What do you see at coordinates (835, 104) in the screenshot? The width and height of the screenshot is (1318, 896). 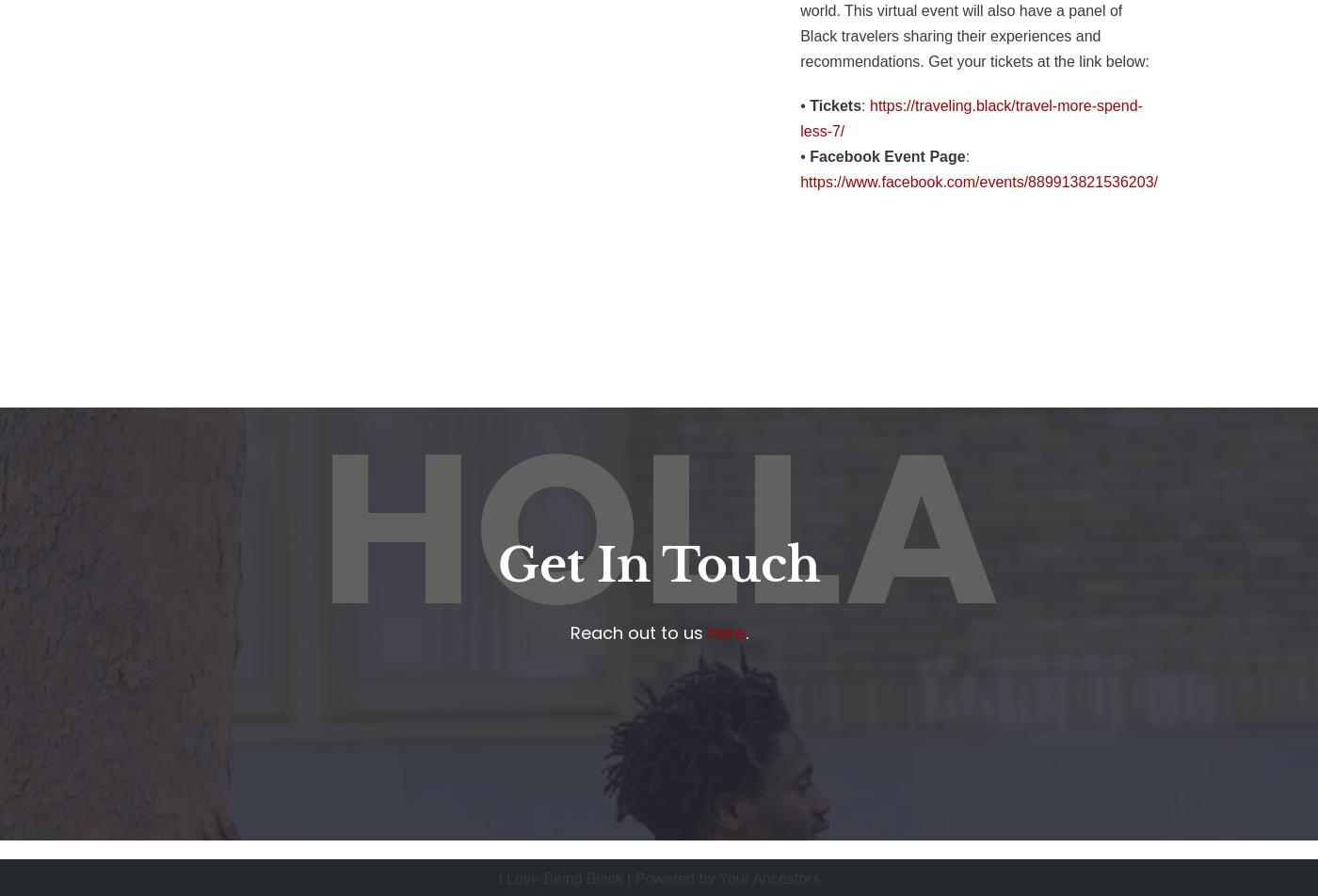 I see `'Tickets'` at bounding box center [835, 104].